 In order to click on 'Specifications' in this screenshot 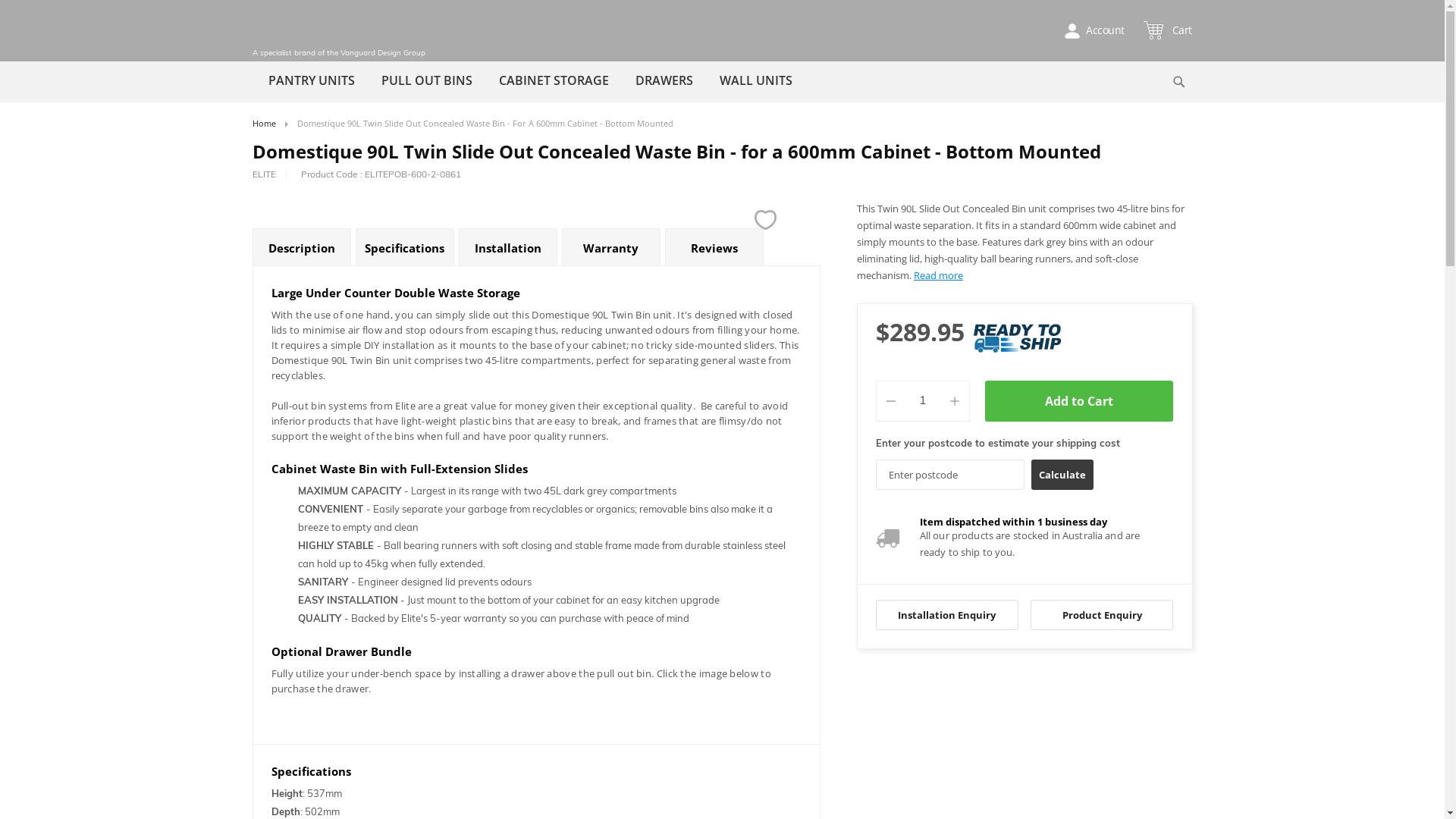, I will do `click(403, 246)`.